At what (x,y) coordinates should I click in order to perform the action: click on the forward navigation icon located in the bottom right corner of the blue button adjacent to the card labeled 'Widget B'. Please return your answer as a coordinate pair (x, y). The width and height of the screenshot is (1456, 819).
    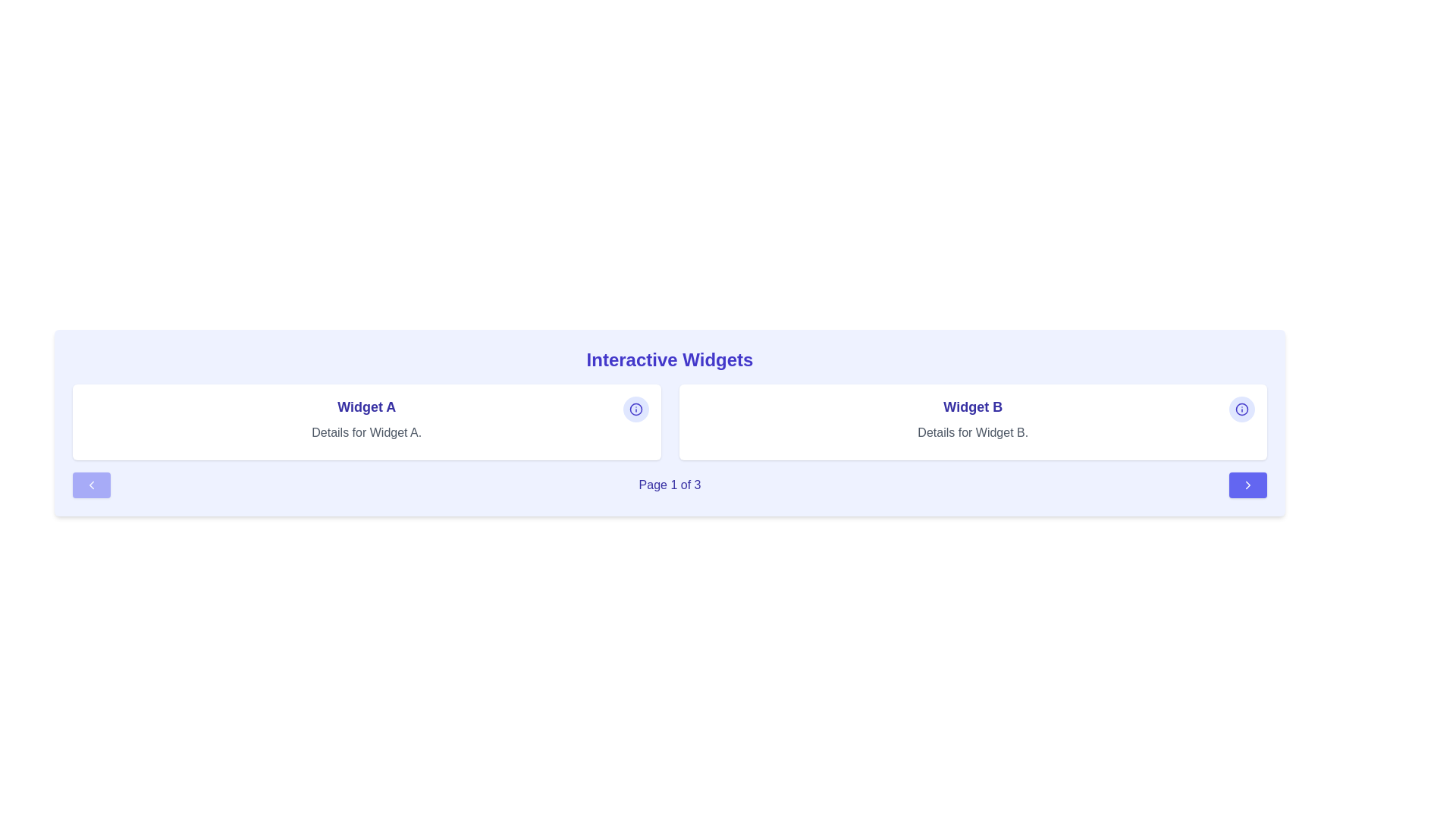
    Looking at the image, I should click on (1248, 485).